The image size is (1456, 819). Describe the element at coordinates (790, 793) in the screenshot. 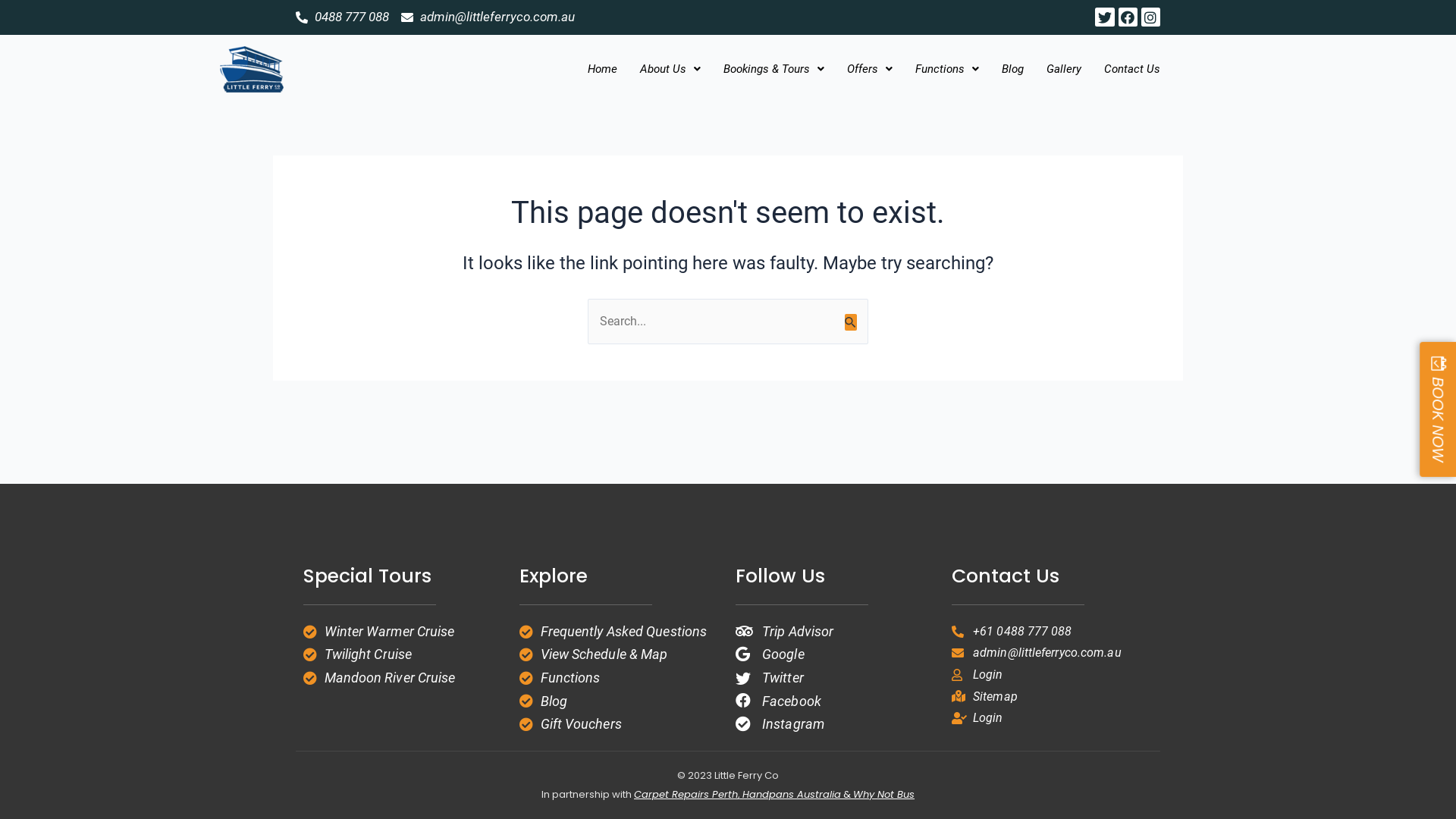

I see `'Handpans Australia'` at that location.